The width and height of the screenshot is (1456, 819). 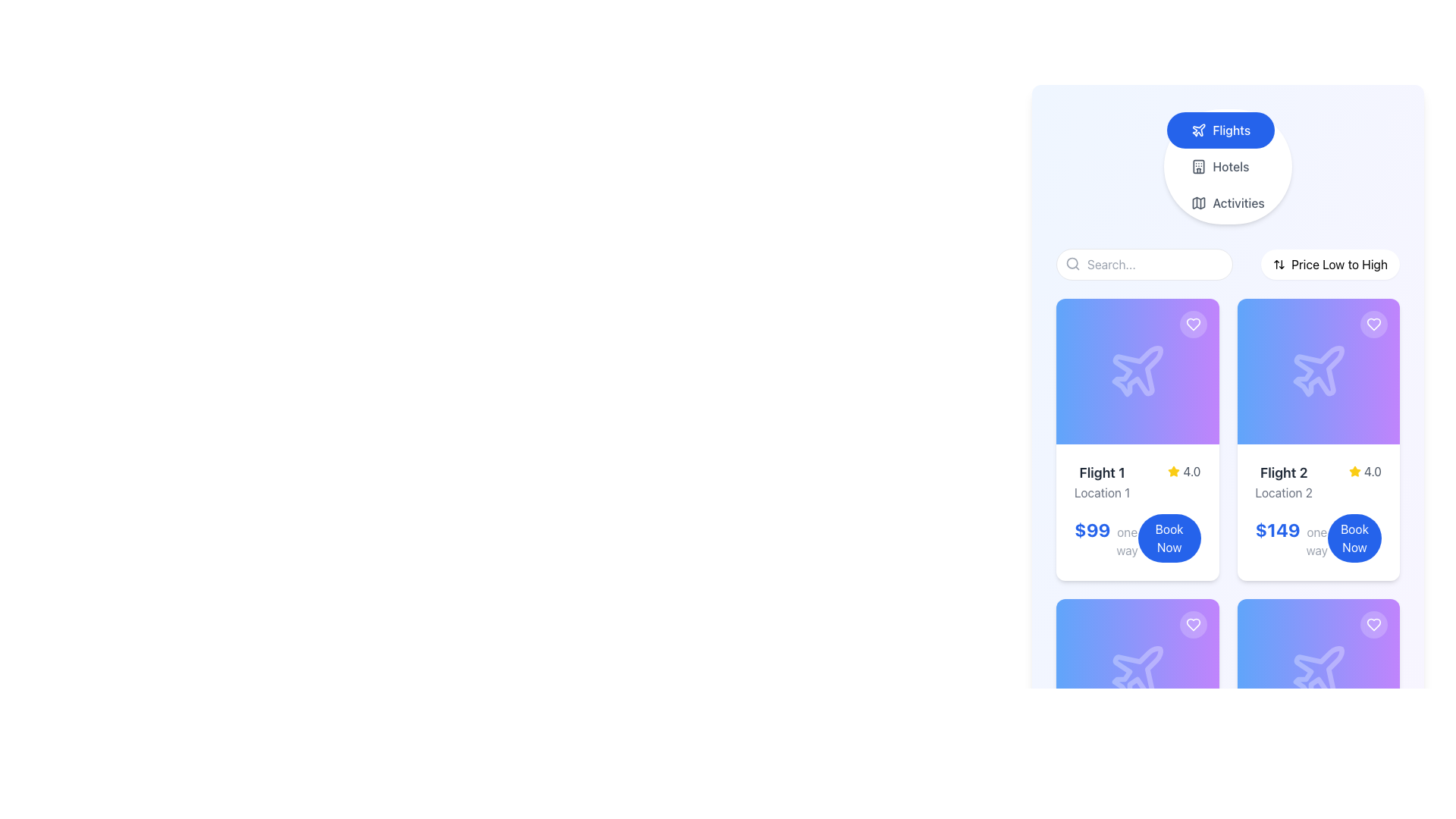 What do you see at coordinates (1231, 166) in the screenshot?
I see `the category label for Hotels, which is a clickable element positioned between the 'Flights' label above and the 'Activities' label below` at bounding box center [1231, 166].